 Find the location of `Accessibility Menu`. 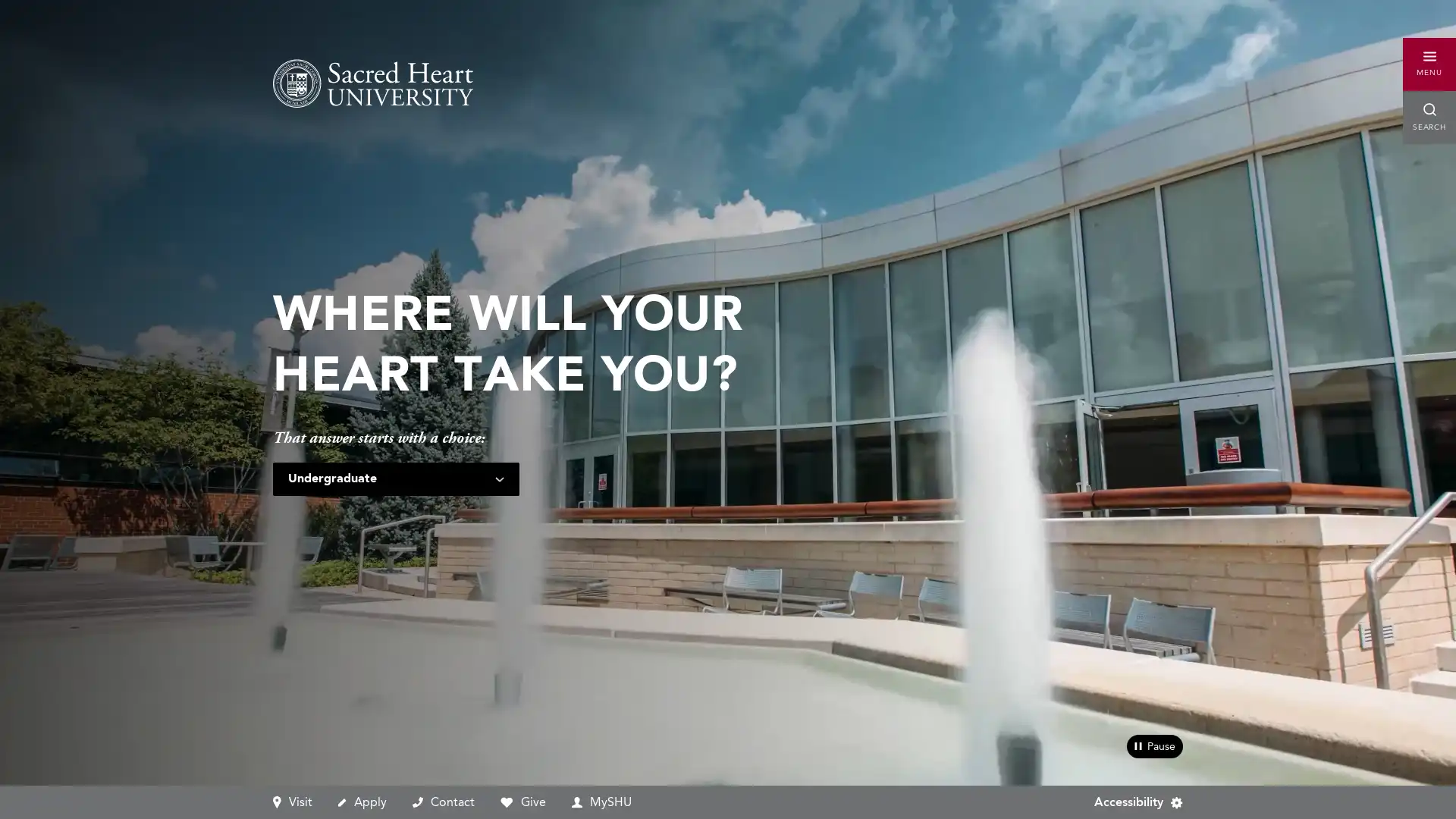

Accessibility Menu is located at coordinates (1131, 54).